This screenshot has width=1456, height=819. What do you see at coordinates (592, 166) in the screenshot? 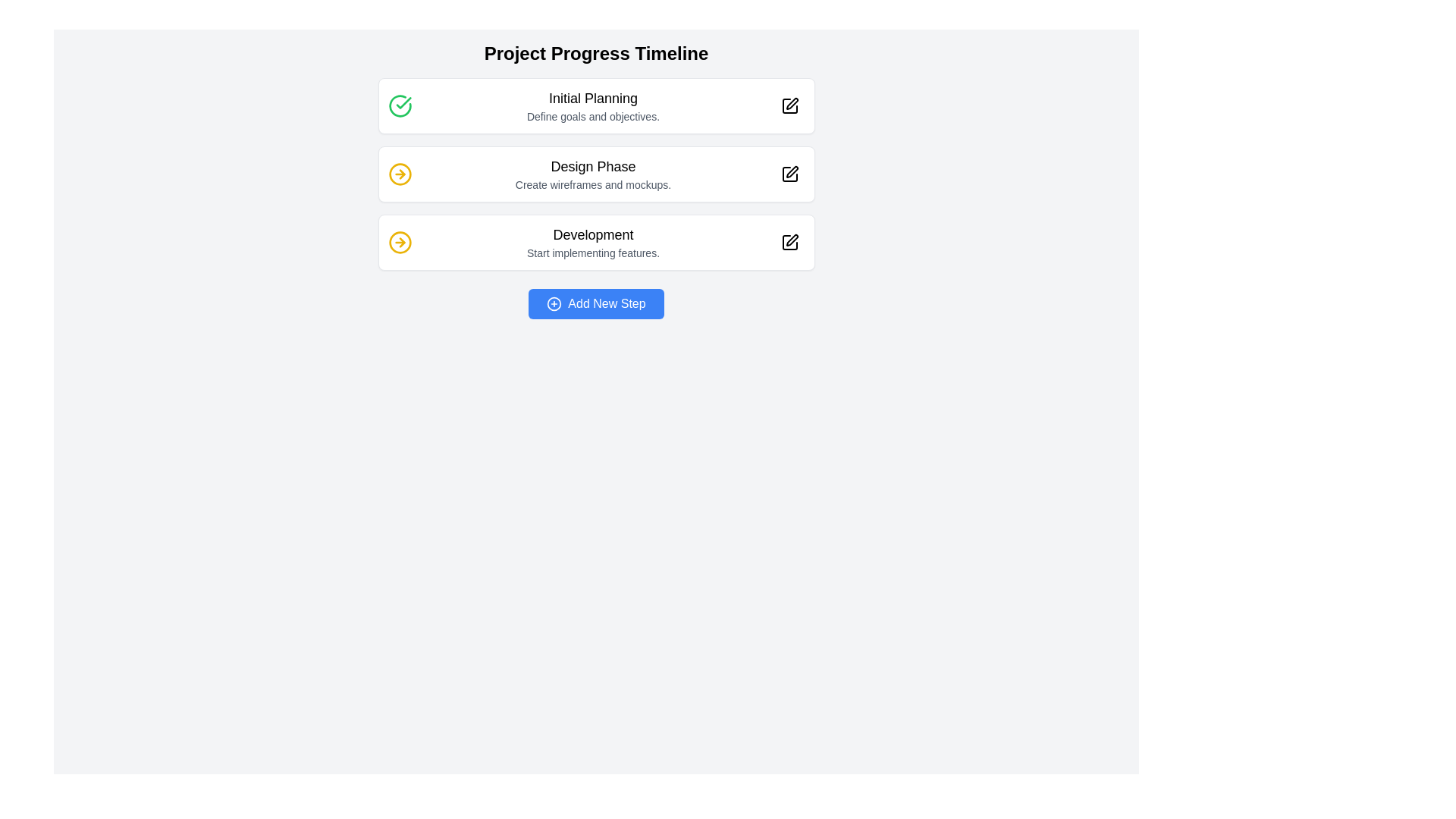
I see `the 'Design Phase' text label that displays in bold, large font and is positioned in the middle section of the vertically stacked steps` at bounding box center [592, 166].